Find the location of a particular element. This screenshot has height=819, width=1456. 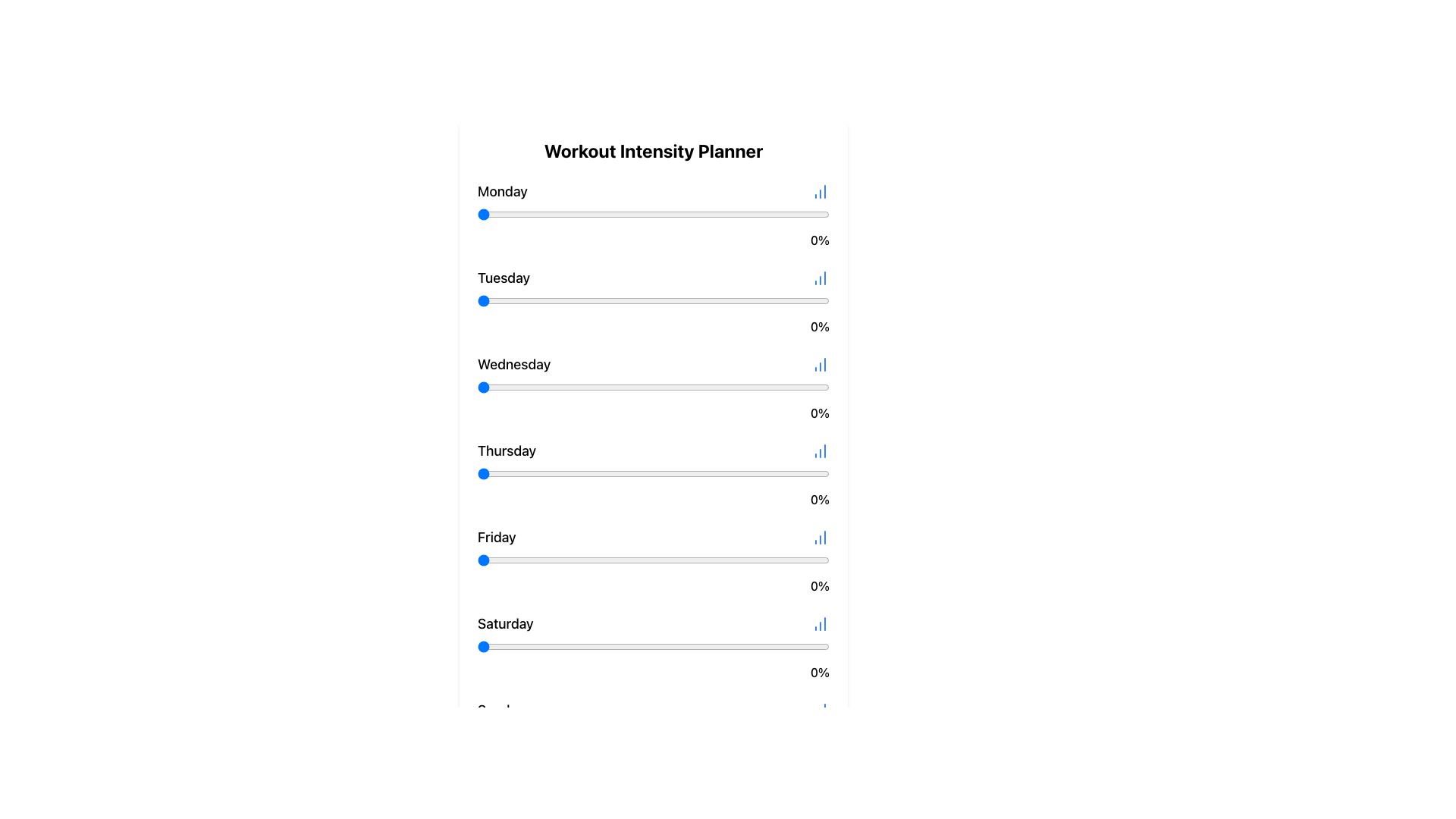

the Tuesday intensity level is located at coordinates (484, 301).